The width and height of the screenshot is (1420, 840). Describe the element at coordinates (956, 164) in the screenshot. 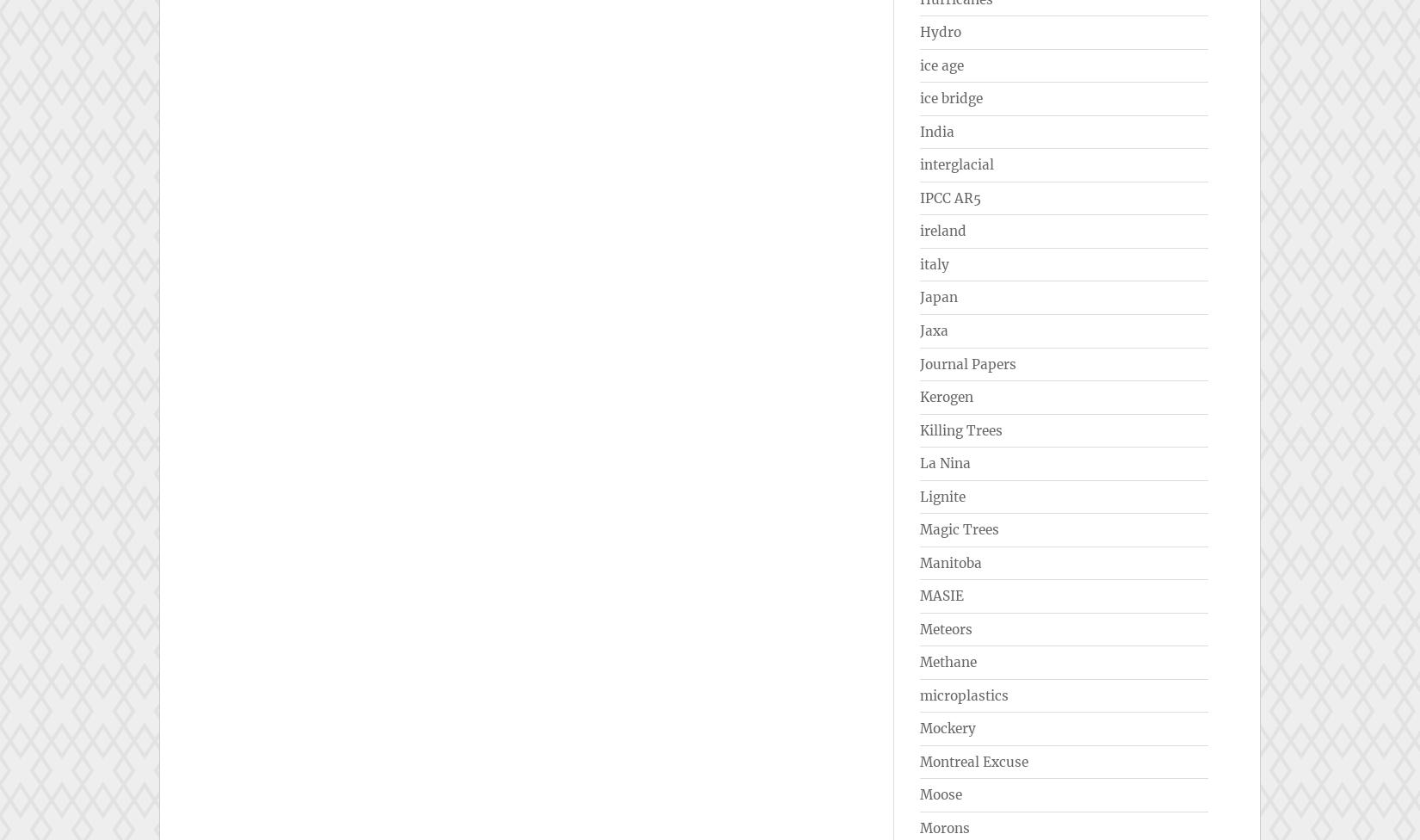

I see `'interglacial'` at that location.